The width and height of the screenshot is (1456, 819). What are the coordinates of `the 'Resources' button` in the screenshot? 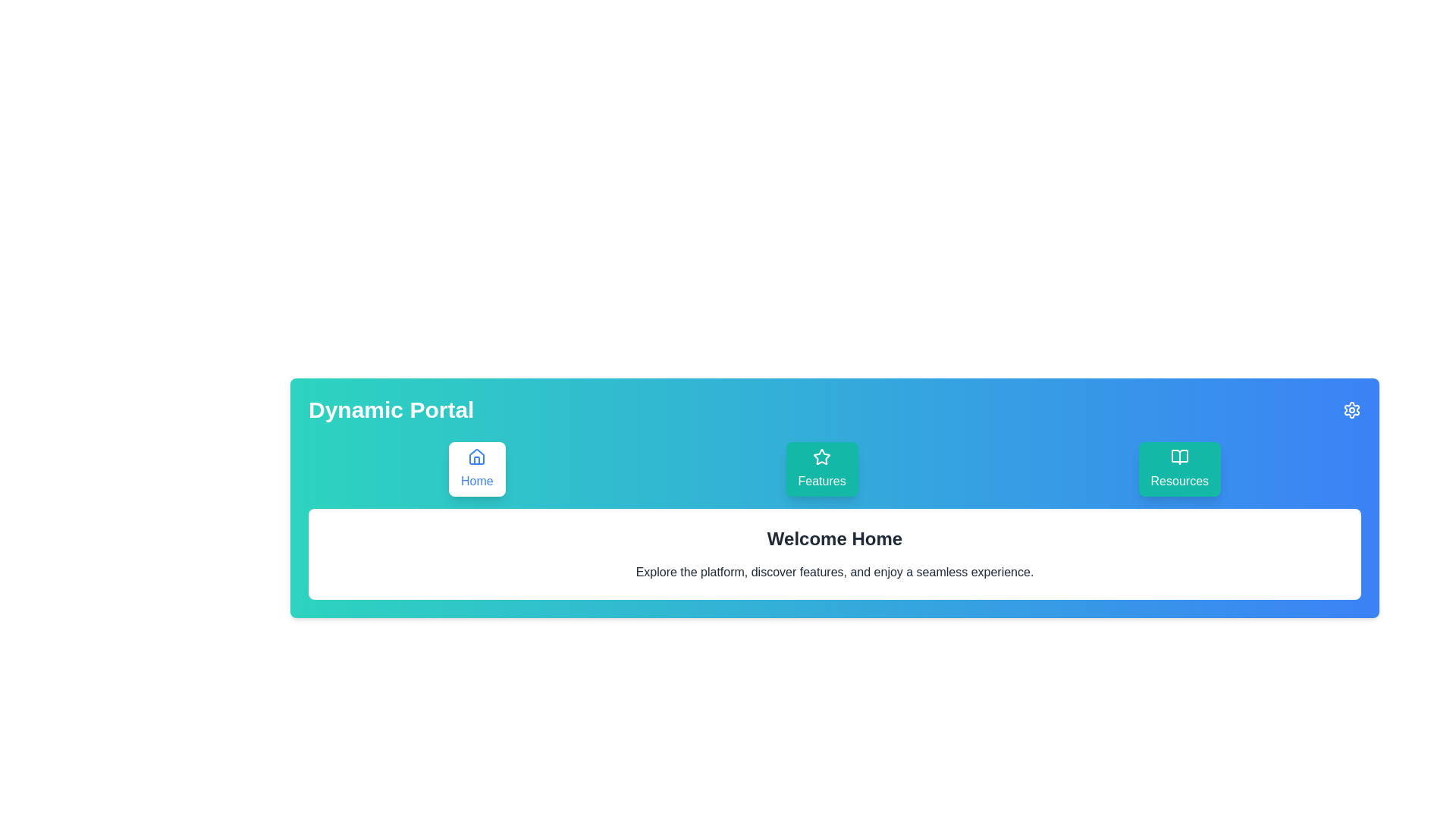 It's located at (1178, 468).